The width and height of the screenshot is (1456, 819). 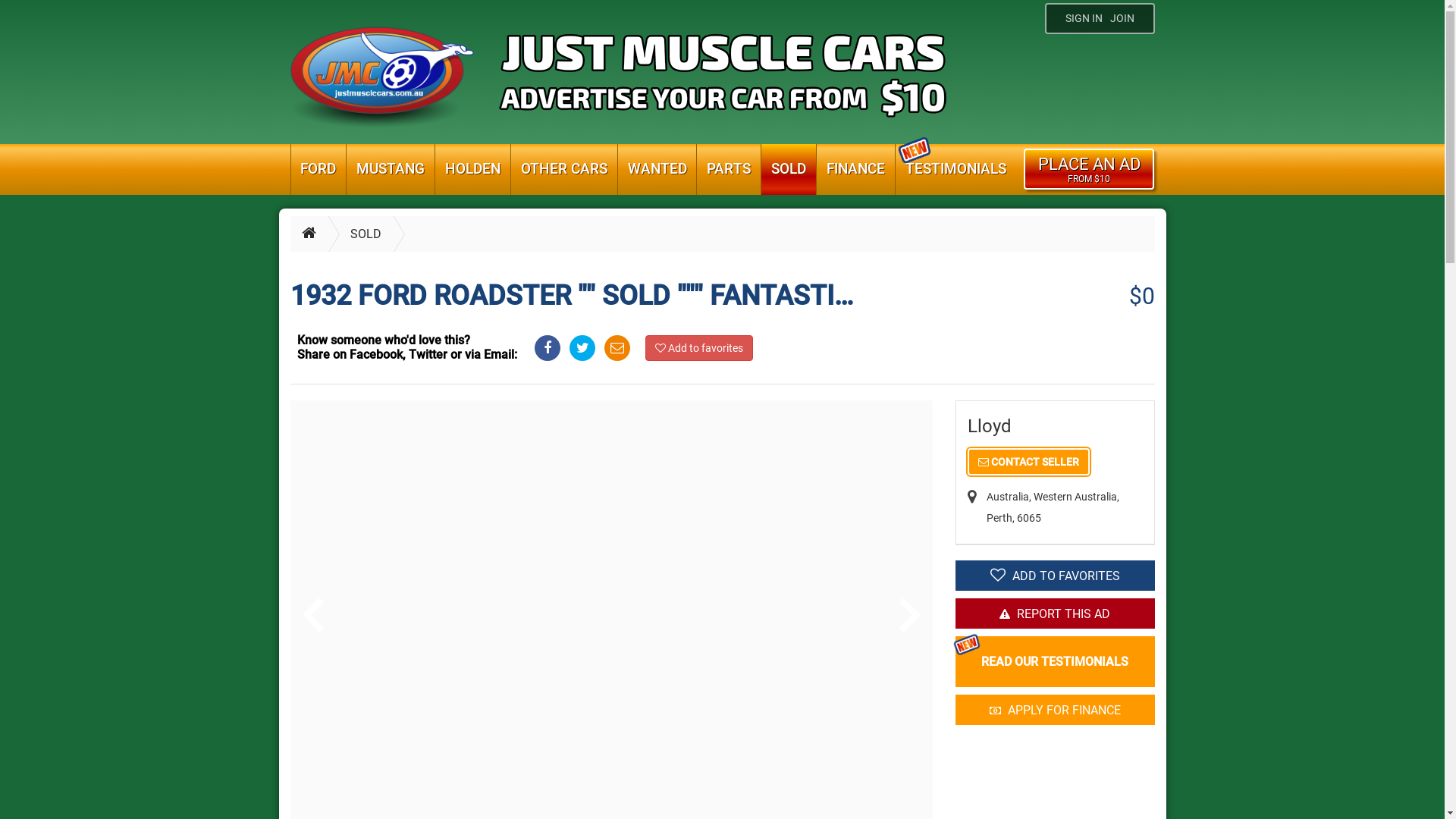 I want to click on 'PLACE AN AD, so click(x=1023, y=169).